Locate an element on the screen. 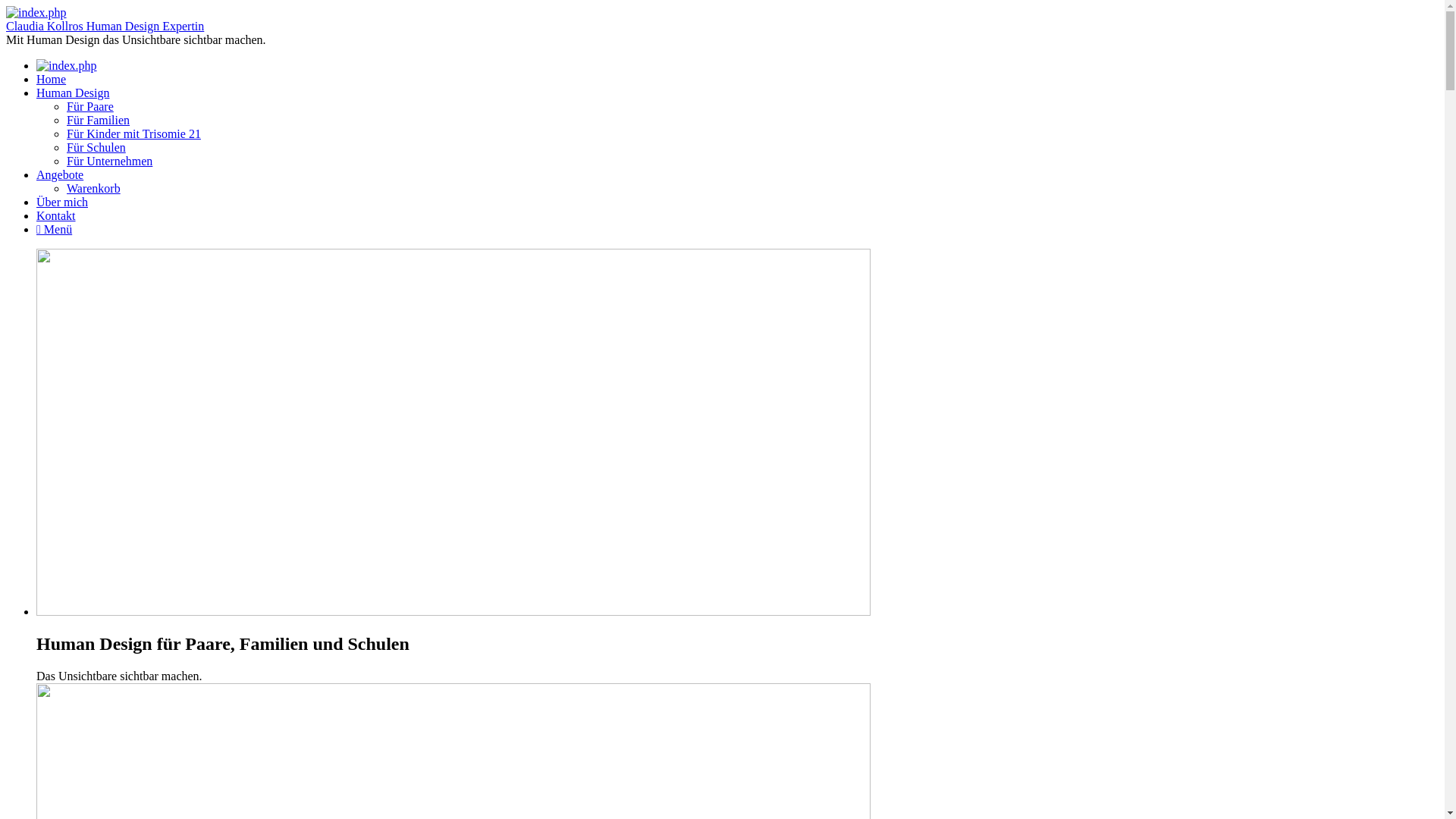 The height and width of the screenshot is (819, 1456). 'Claudia Kollros Human Design Expertin' is located at coordinates (104, 26).